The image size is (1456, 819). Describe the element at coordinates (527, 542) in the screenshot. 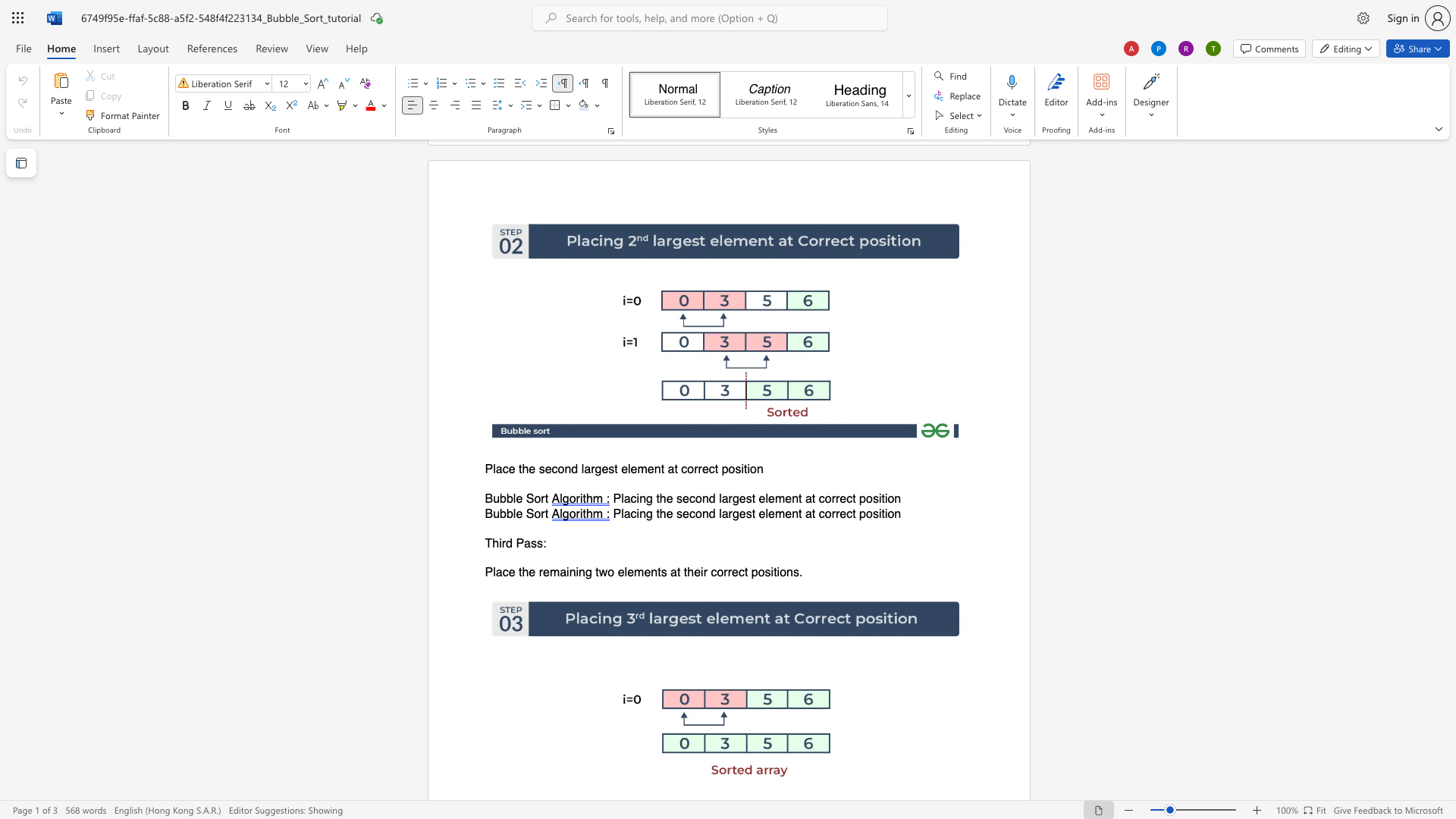

I see `the 1th character "a" in the text` at that location.